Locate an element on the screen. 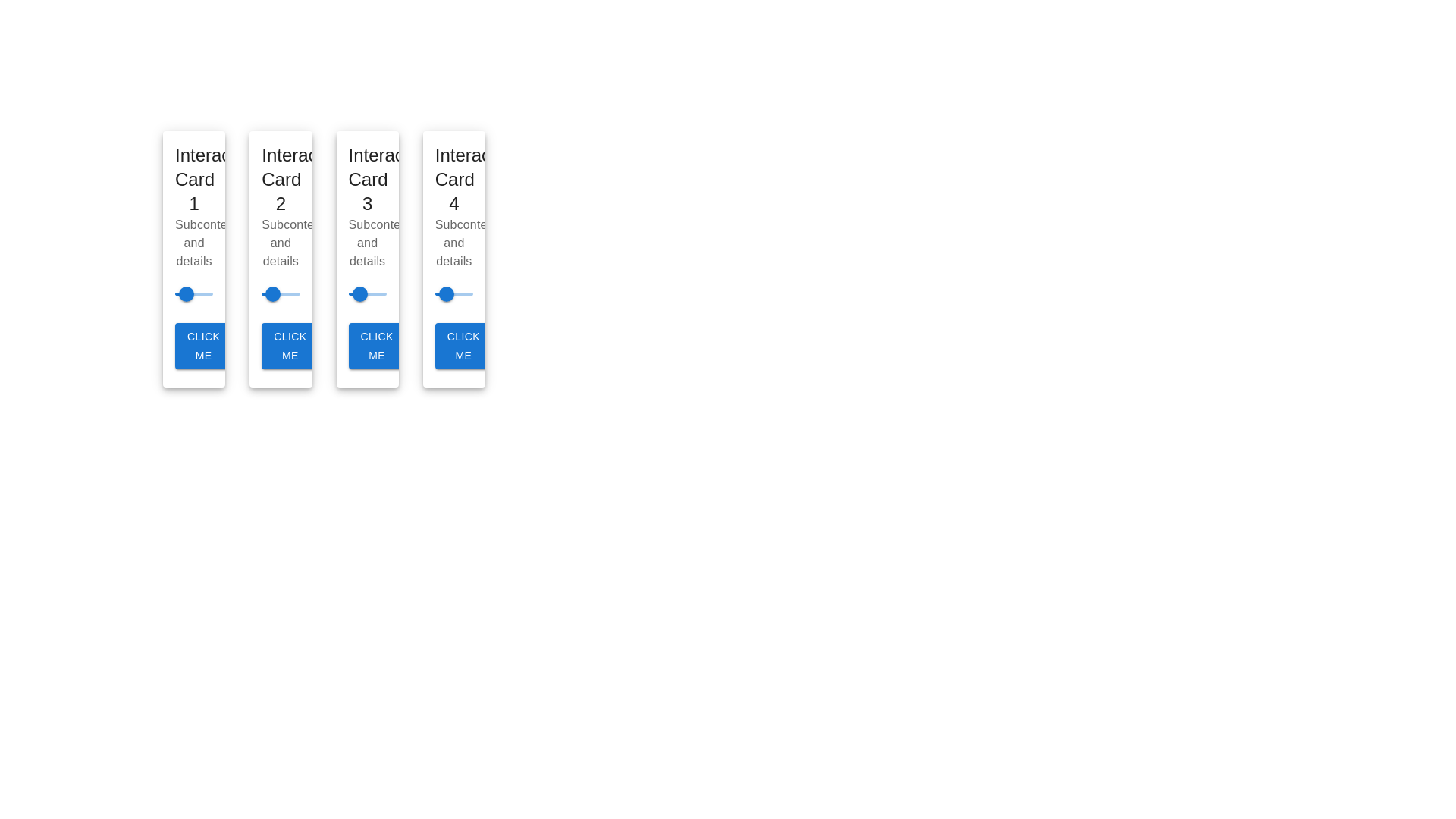  the slider is located at coordinates (206, 294).